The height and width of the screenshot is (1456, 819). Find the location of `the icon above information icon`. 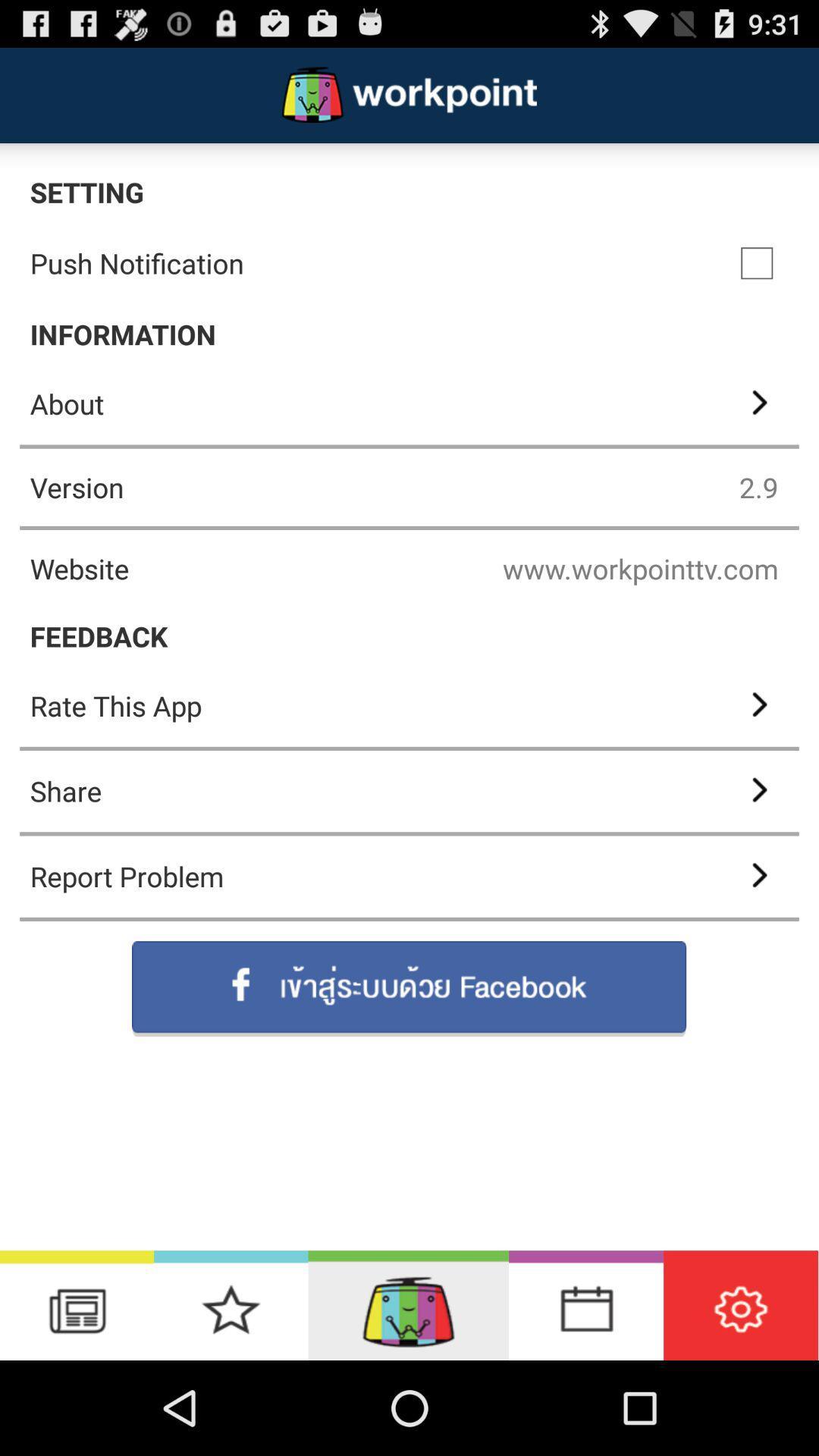

the icon above information icon is located at coordinates (757, 263).